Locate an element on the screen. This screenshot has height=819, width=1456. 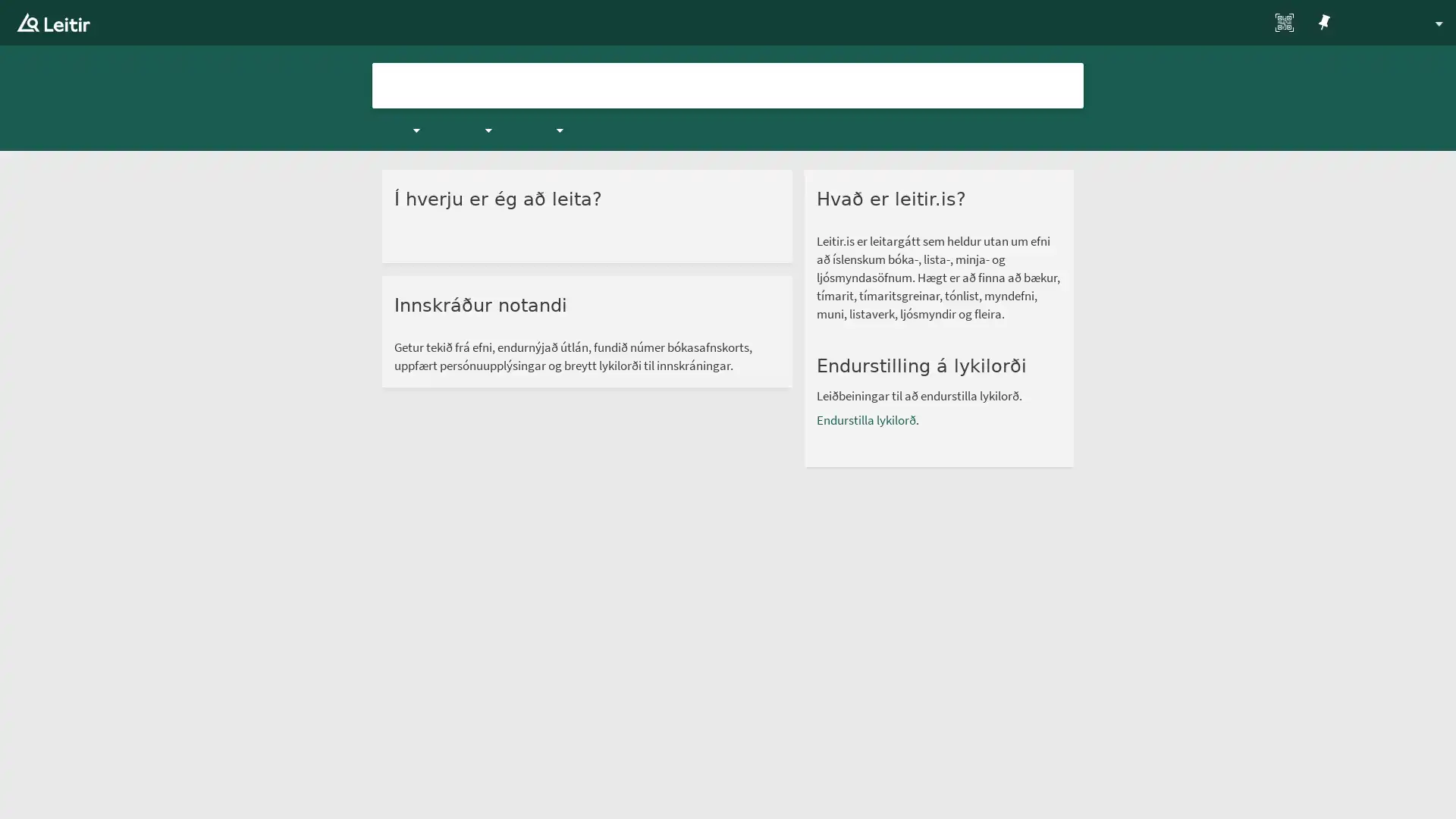
qr is located at coordinates (1244, 23).